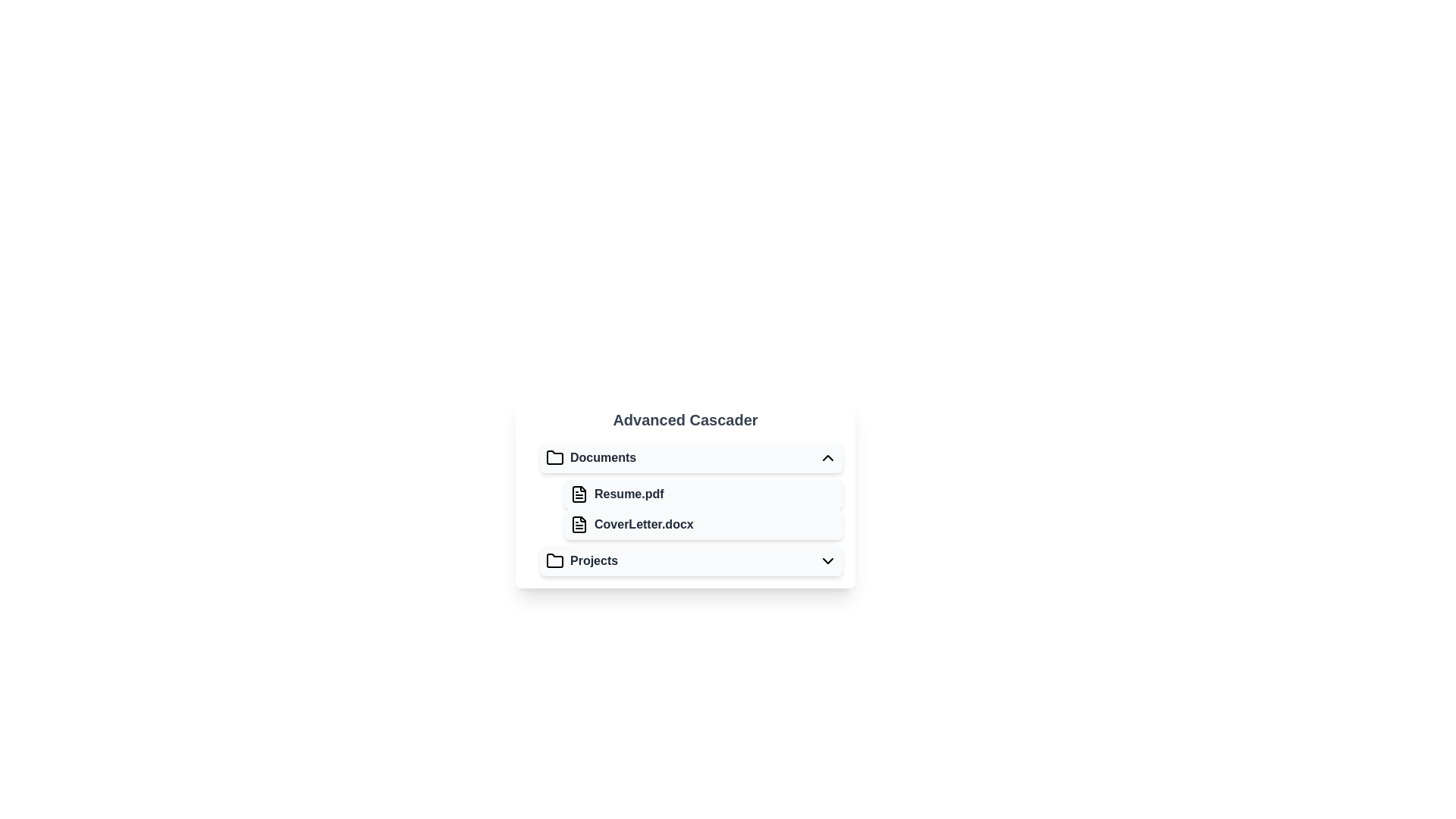 The height and width of the screenshot is (819, 1456). Describe the element at coordinates (578, 523) in the screenshot. I see `the file icon representing 'CoverLetter.docx', which is the second file icon in the UI, to visually identify the document type` at that location.